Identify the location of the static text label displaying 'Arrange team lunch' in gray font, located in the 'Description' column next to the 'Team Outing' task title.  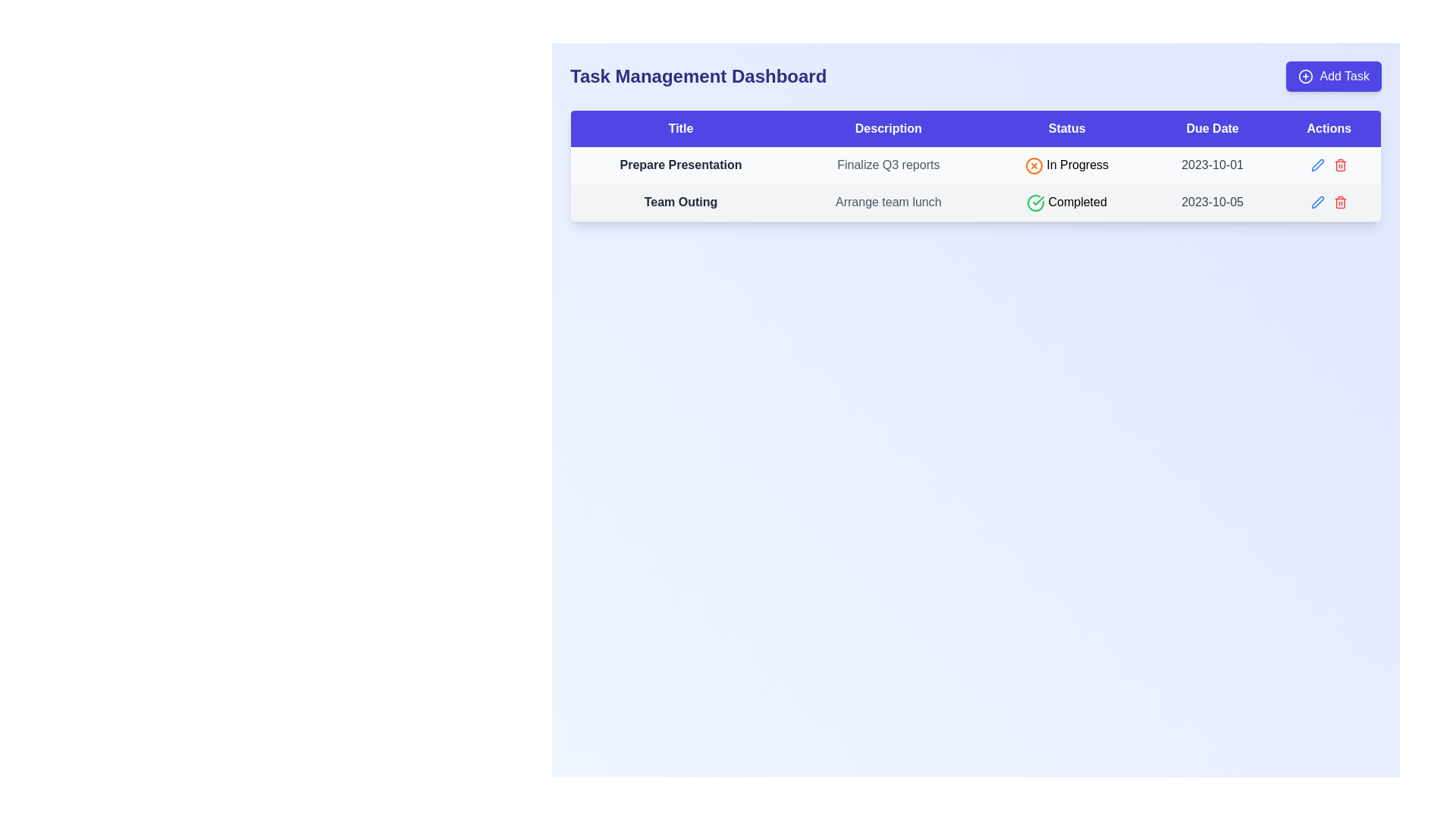
(888, 202).